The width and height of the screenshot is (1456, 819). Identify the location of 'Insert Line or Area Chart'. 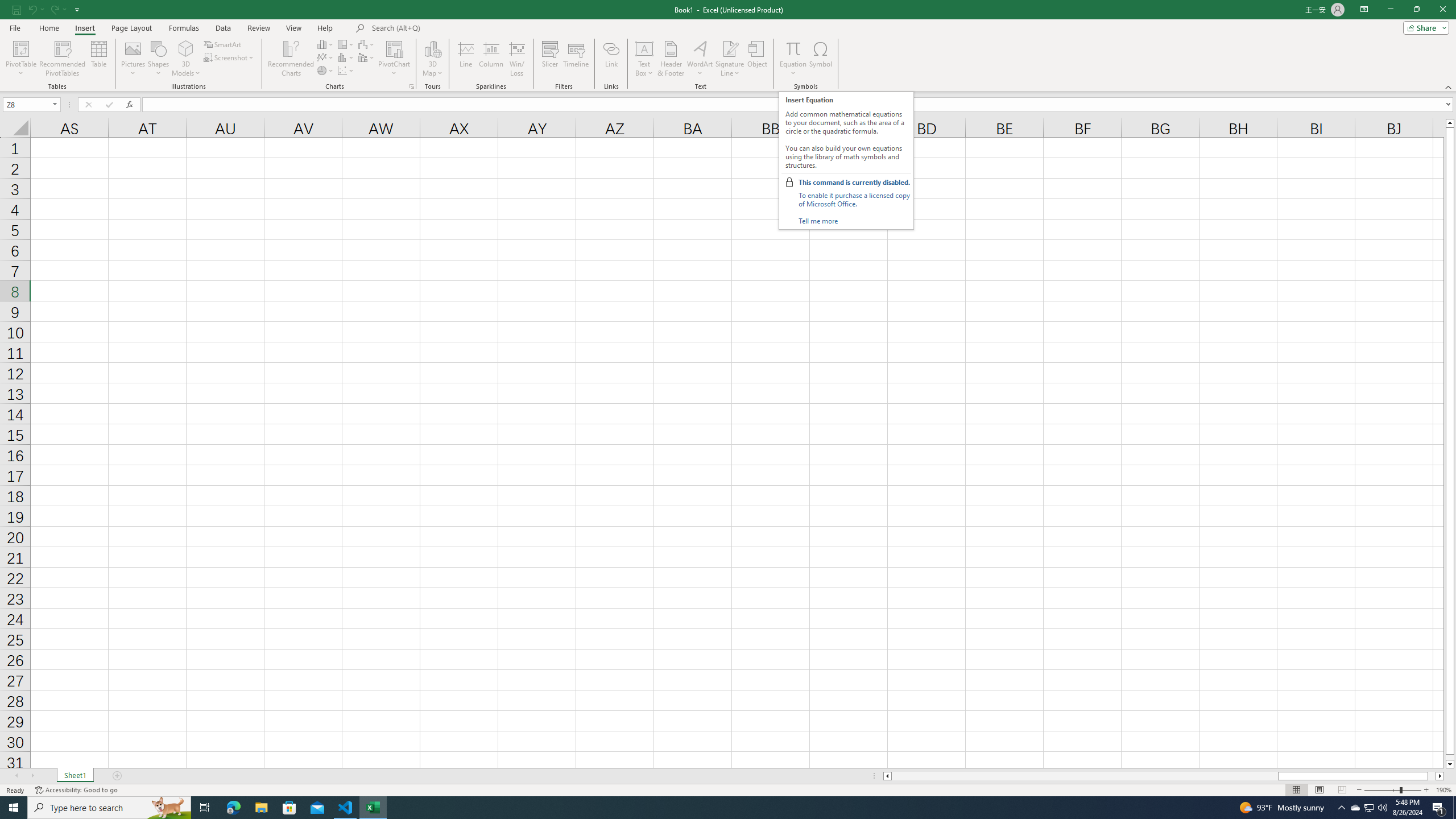
(325, 56).